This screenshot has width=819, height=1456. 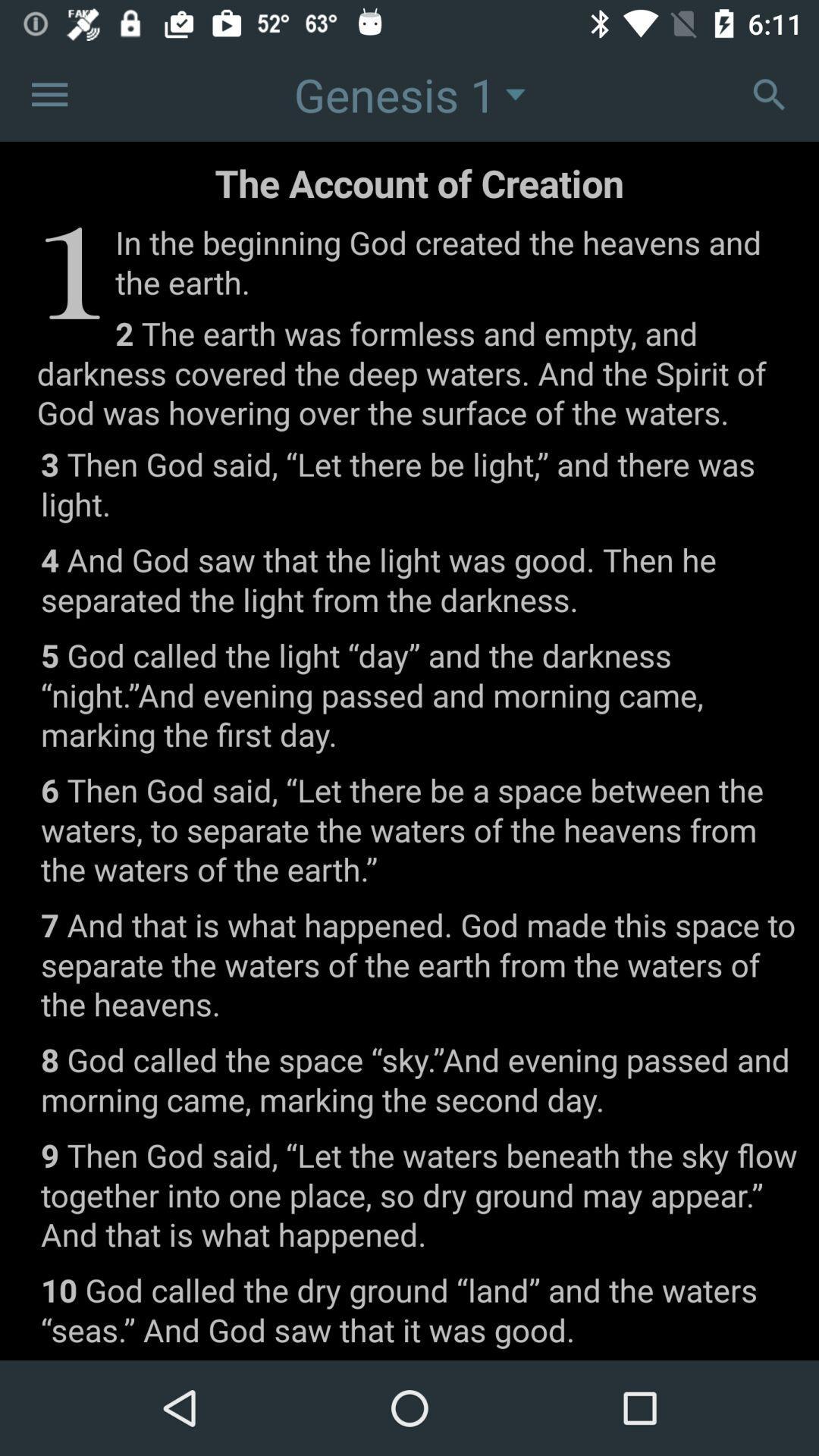 I want to click on the menu icon, so click(x=49, y=93).